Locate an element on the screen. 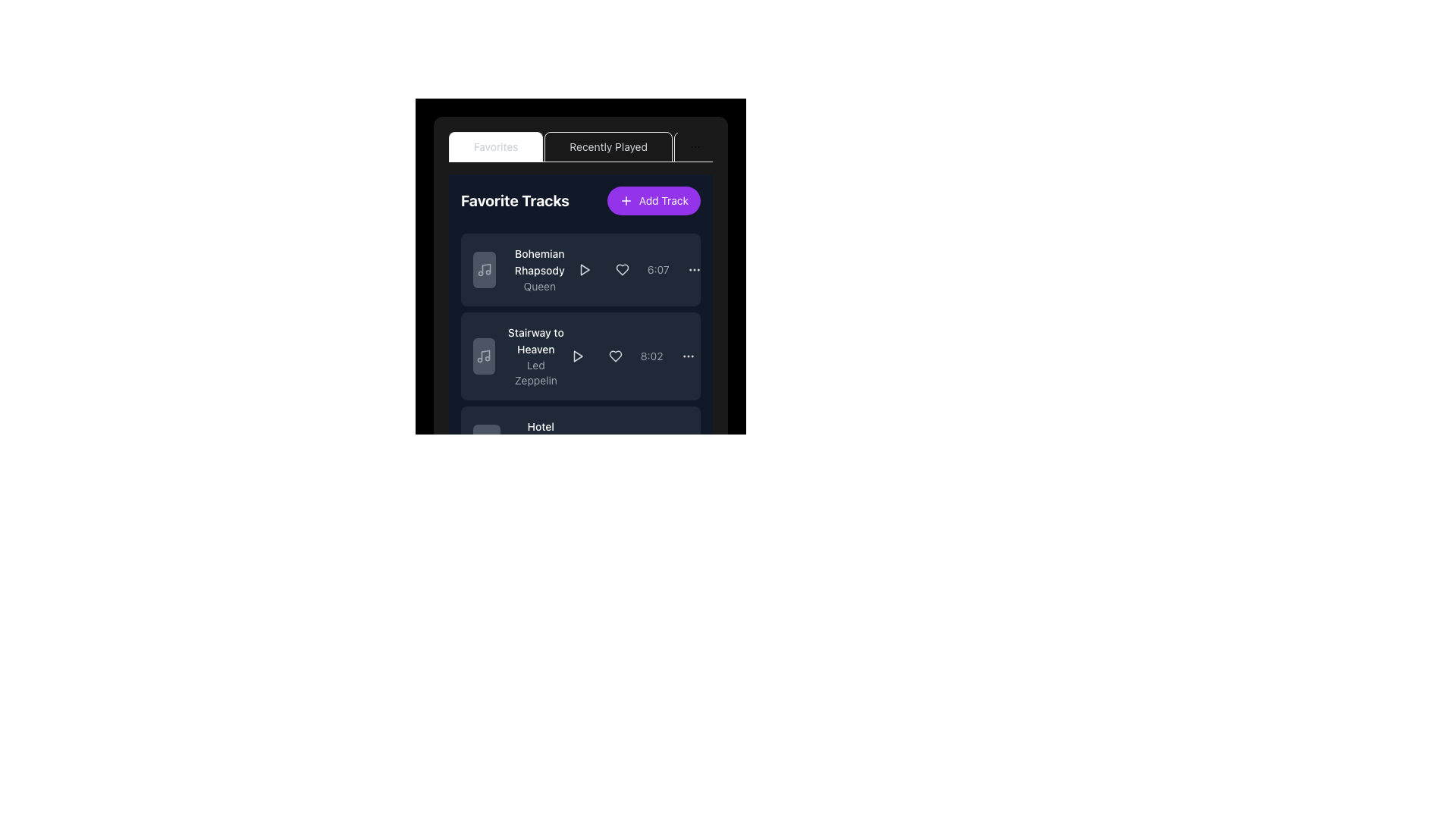  the 'Favorites' tab, which is styled with light gray color and is the first tab in the tab bar is located at coordinates (496, 146).